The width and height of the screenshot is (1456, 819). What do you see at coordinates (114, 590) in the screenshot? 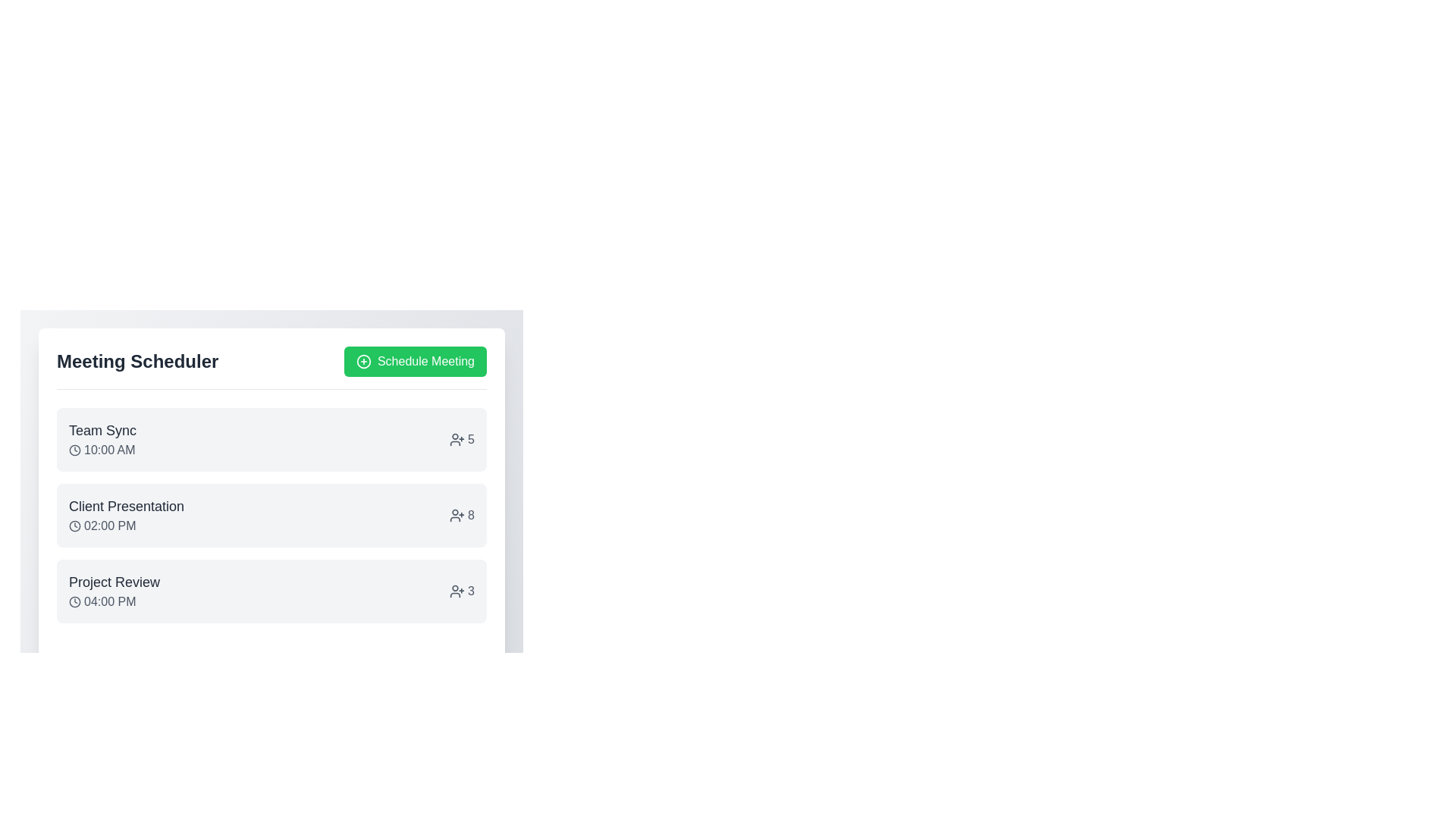
I see `the text label for the scheduled meeting located in the 'Meeting Scheduler' section` at bounding box center [114, 590].